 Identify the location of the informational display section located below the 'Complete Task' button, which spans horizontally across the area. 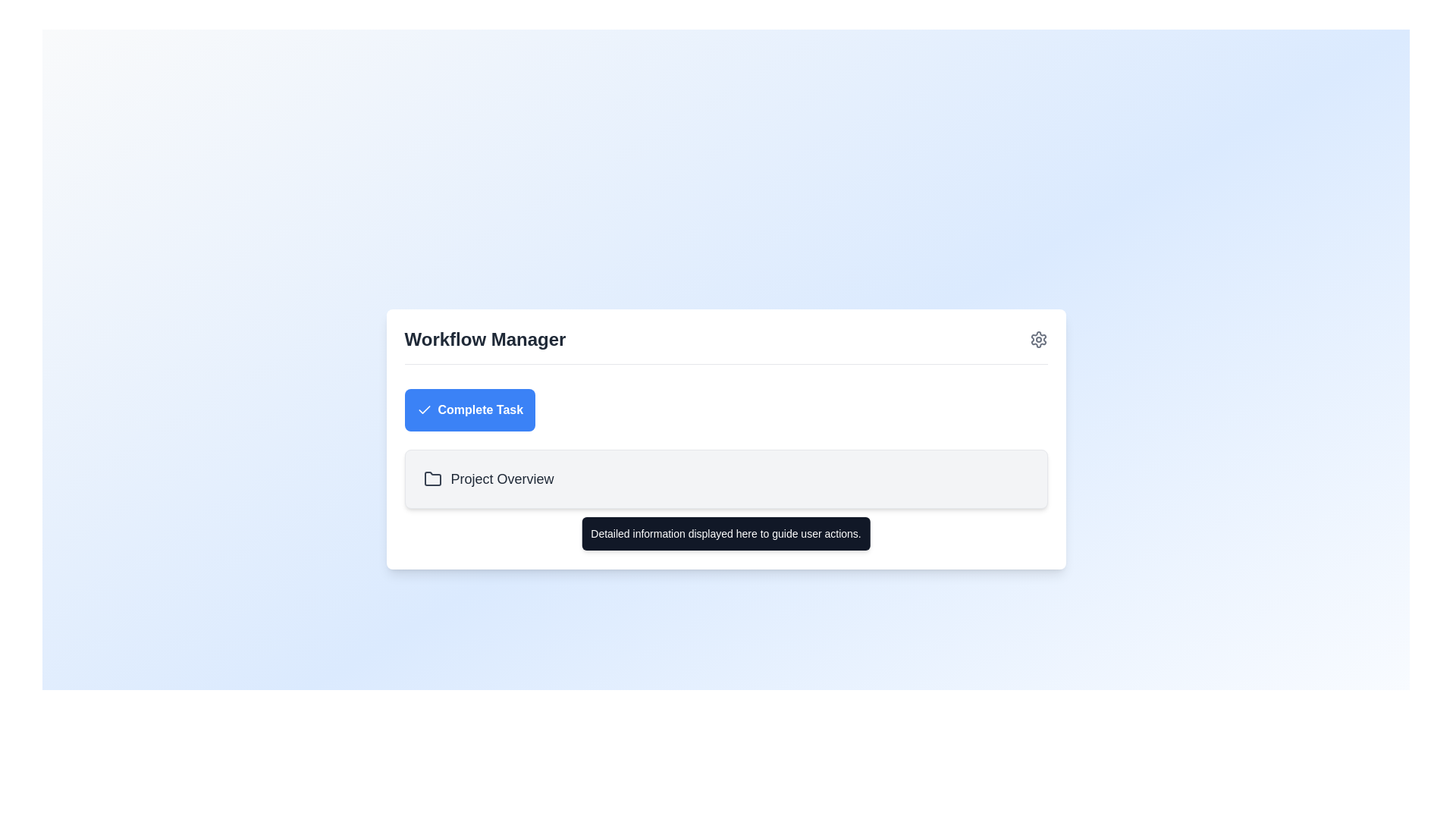
(725, 479).